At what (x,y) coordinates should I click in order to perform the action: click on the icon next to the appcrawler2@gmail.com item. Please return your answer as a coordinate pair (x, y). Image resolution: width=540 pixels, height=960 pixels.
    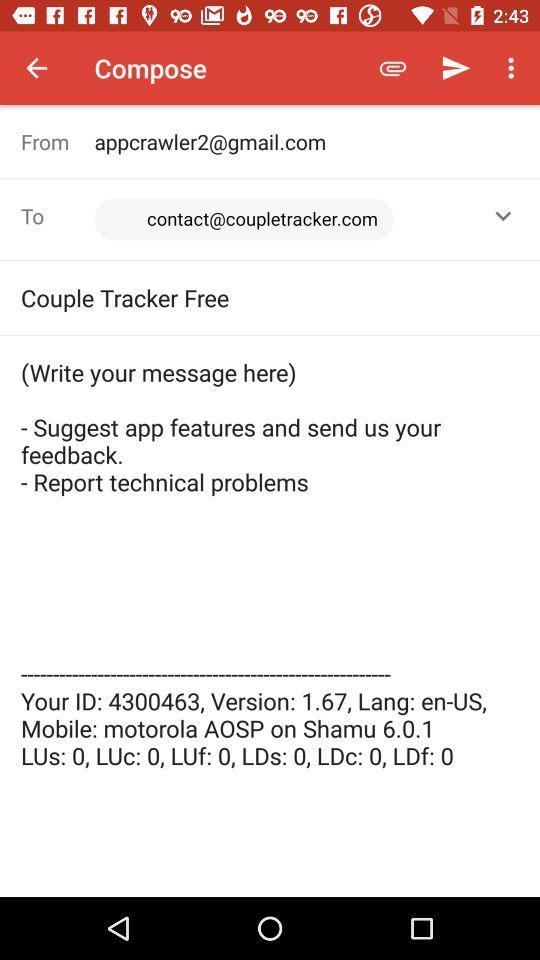
    Looking at the image, I should click on (57, 140).